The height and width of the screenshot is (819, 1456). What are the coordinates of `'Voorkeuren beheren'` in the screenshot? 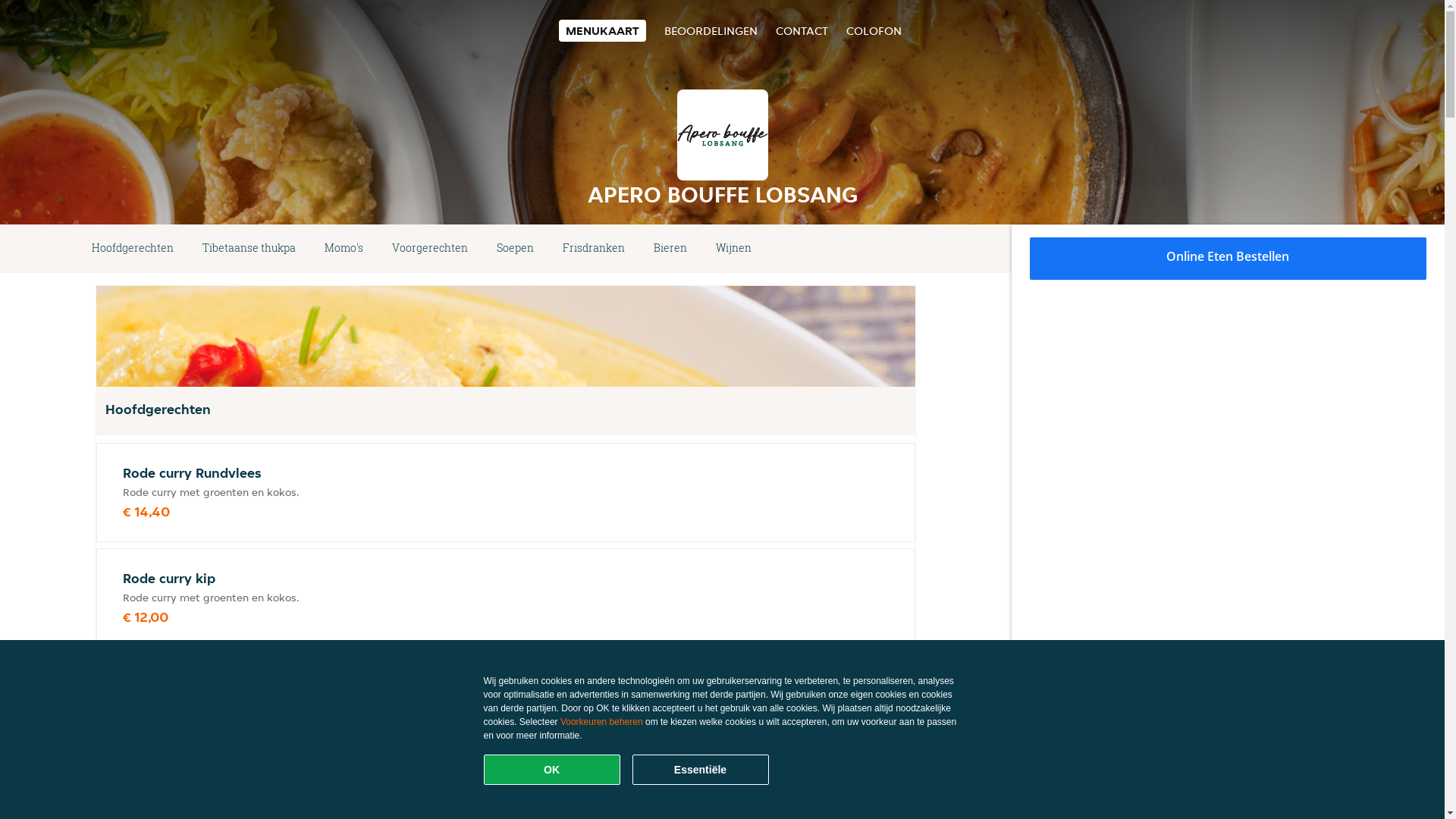 It's located at (601, 721).